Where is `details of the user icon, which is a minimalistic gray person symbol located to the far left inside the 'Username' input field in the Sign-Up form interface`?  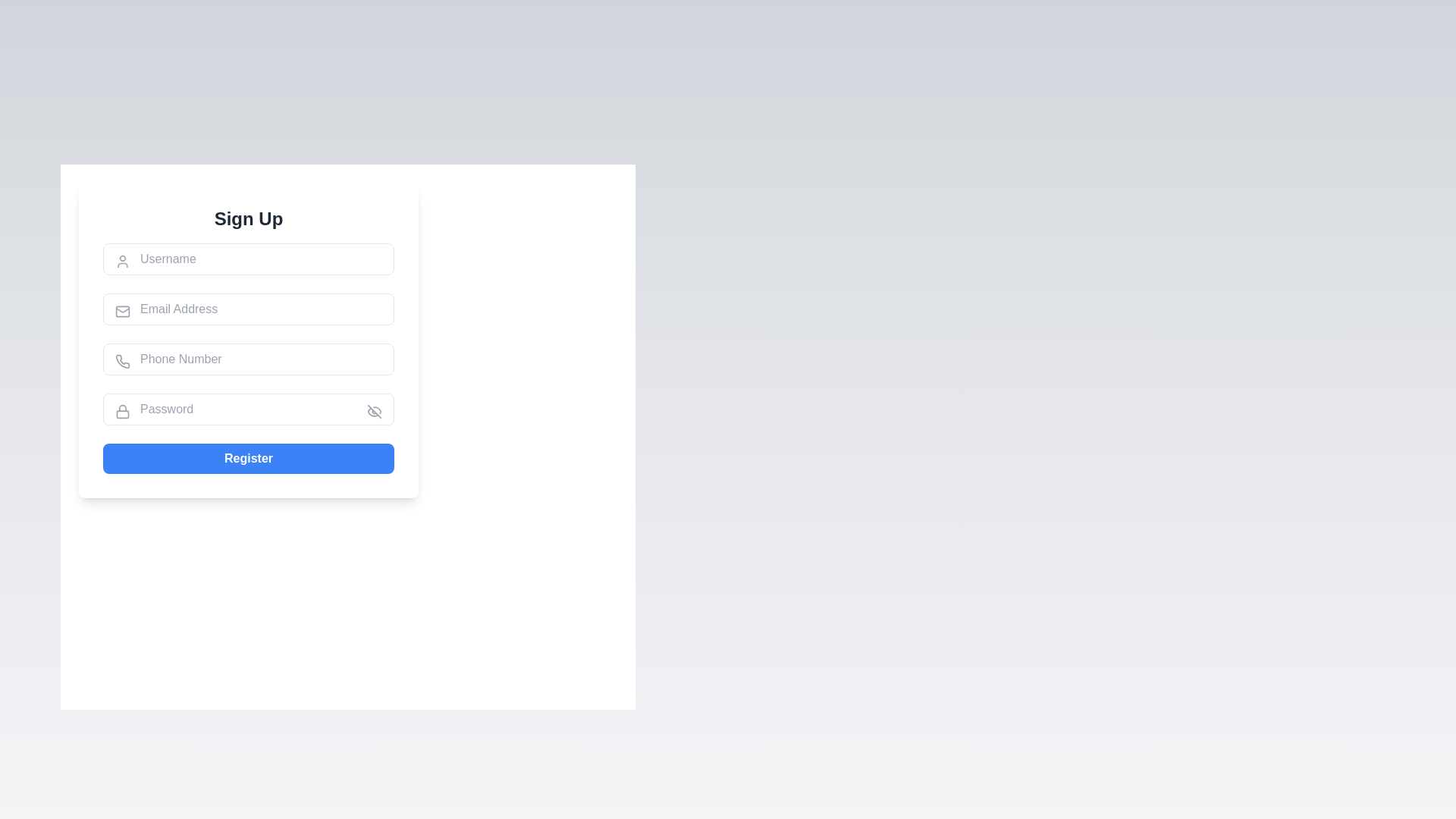
details of the user icon, which is a minimalistic gray person symbol located to the far left inside the 'Username' input field in the Sign-Up form interface is located at coordinates (123, 260).